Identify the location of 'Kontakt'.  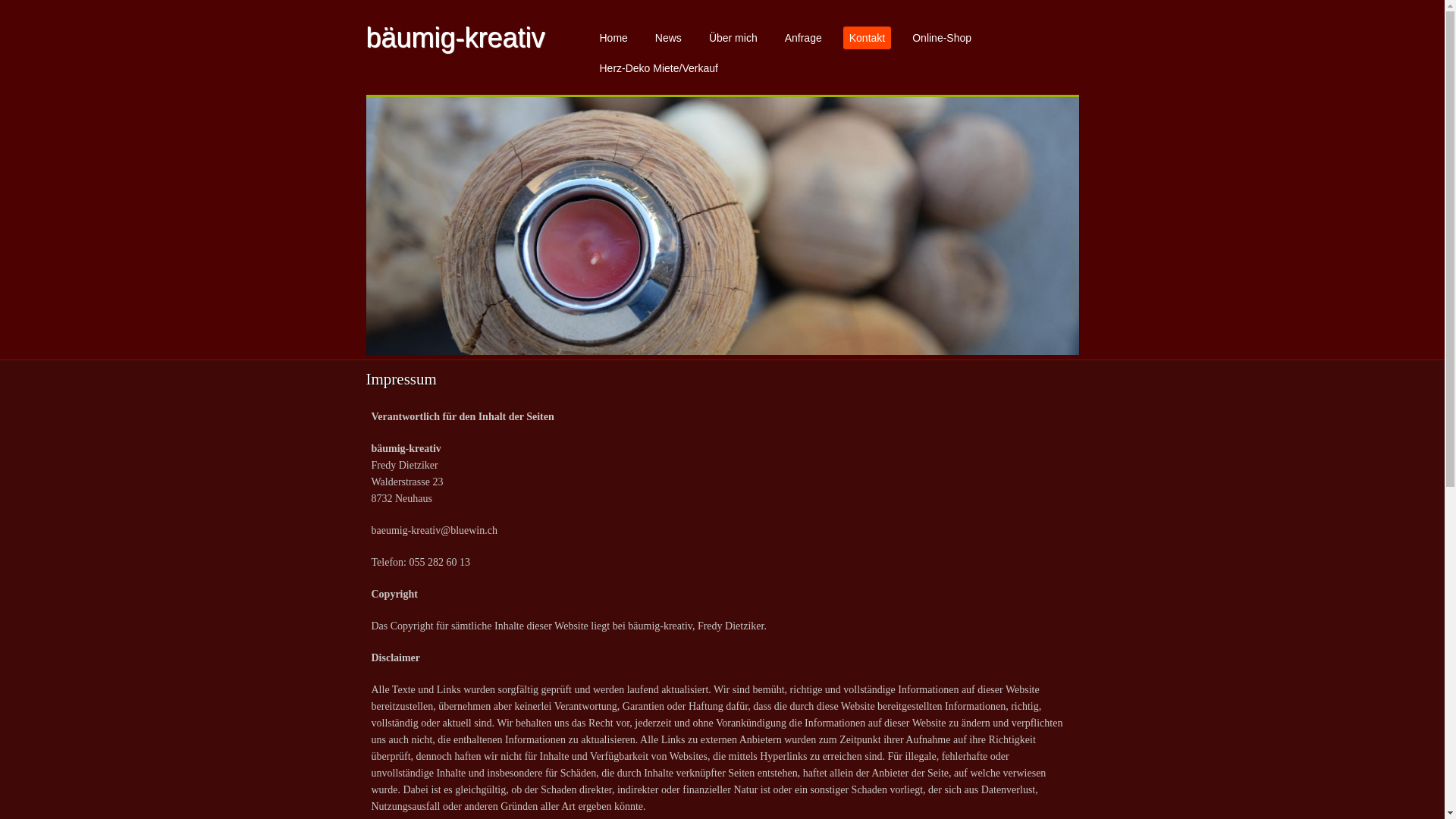
(843, 37).